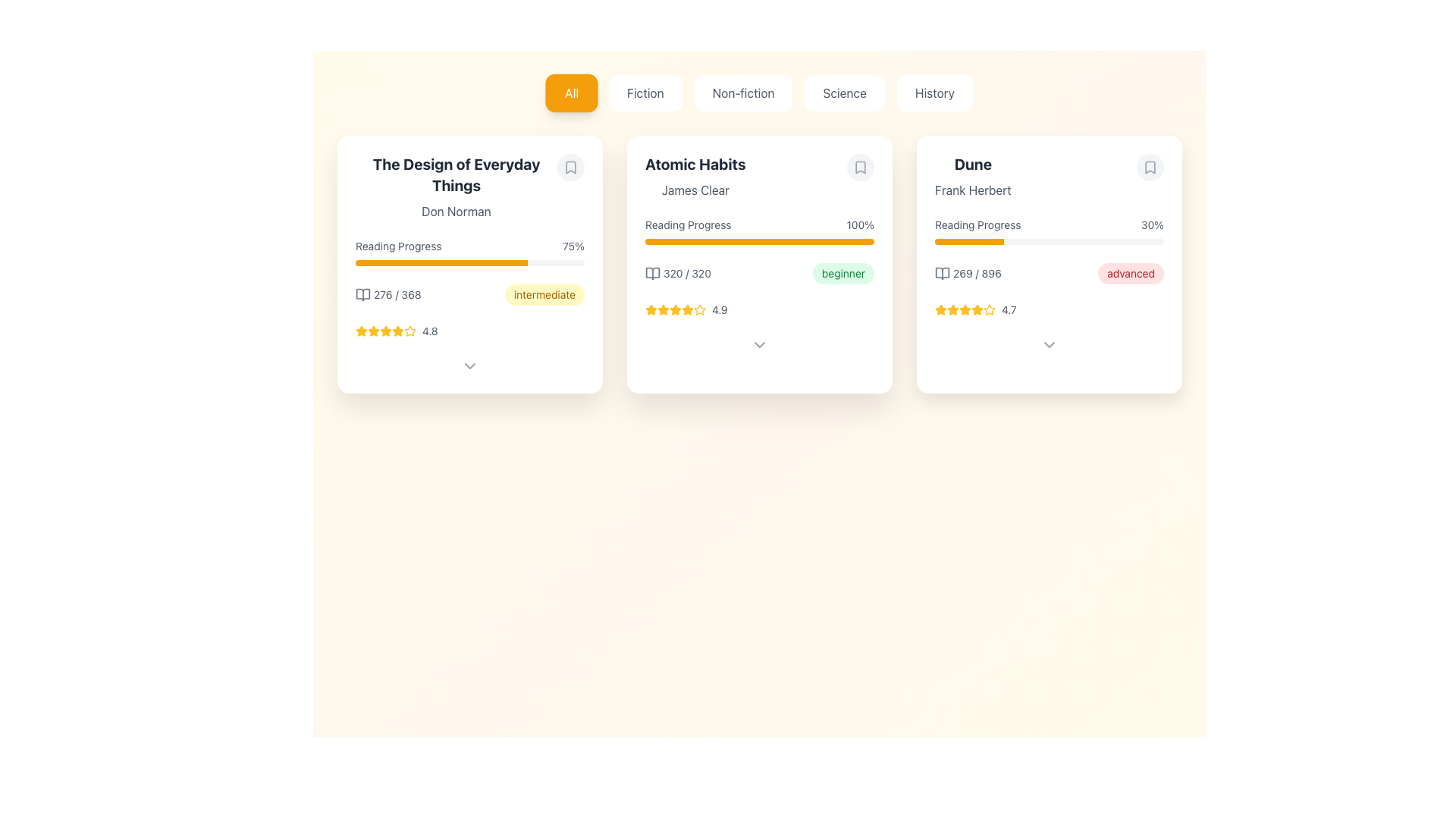 The width and height of the screenshot is (1456, 819). Describe the element at coordinates (651, 309) in the screenshot. I see `the first rating star icon in the rating section of the 'Atomic Habits' card` at that location.